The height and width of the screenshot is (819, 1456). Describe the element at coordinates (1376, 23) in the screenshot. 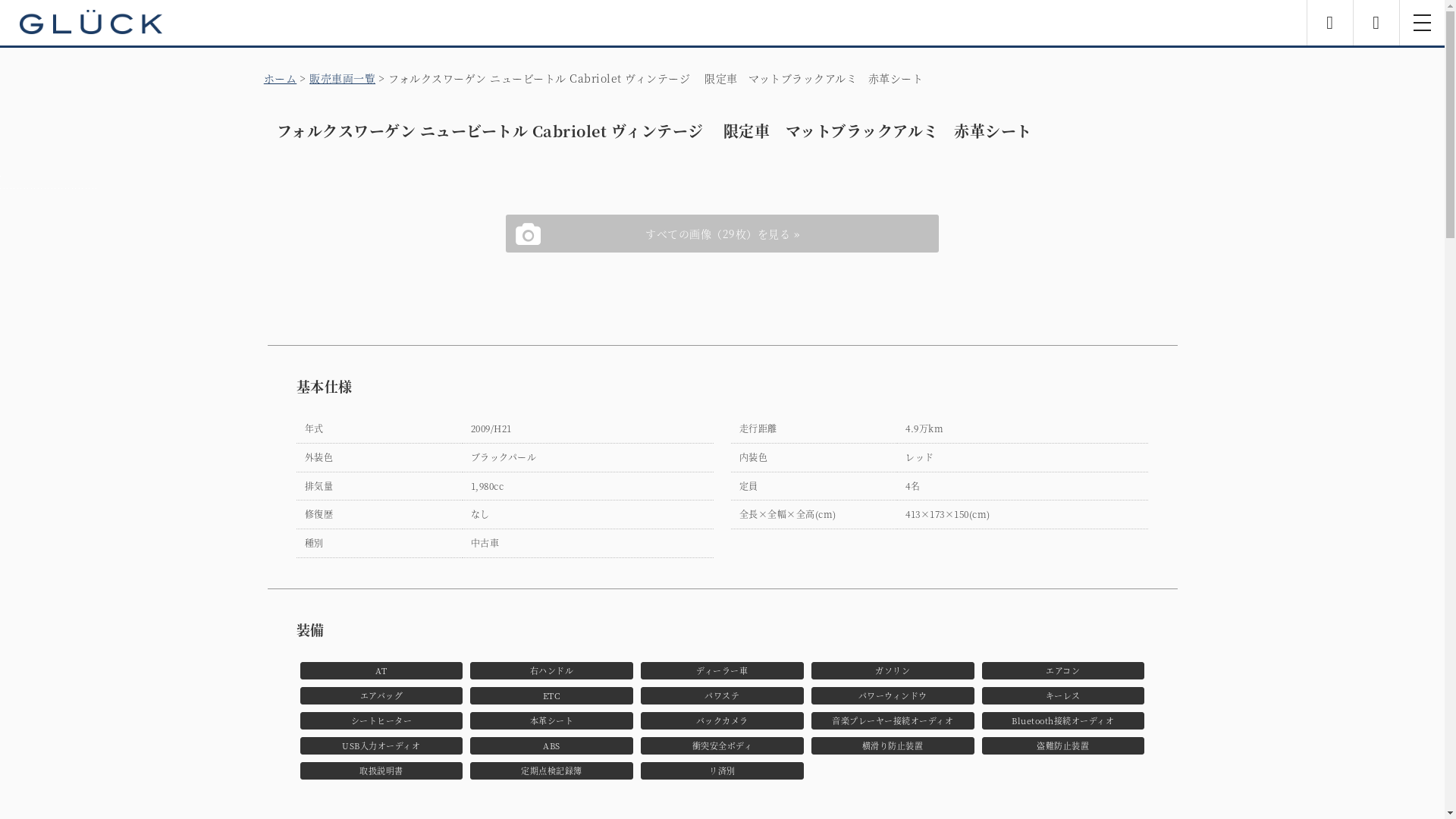

I see `'Instagram'` at that location.